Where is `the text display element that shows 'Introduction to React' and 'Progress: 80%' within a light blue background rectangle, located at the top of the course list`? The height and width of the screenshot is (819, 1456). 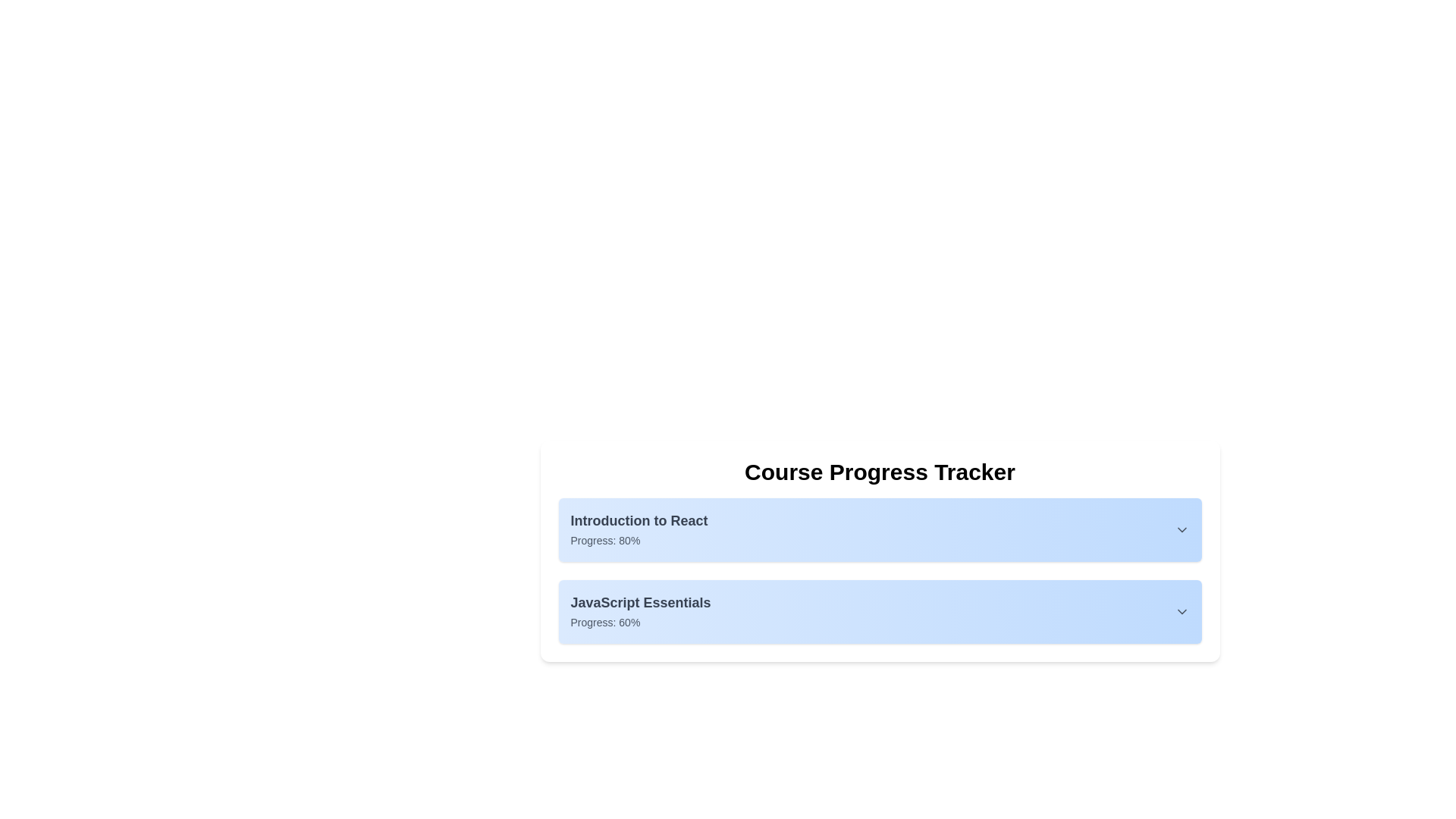
the text display element that shows 'Introduction to React' and 'Progress: 80%' within a light blue background rectangle, located at the top of the course list is located at coordinates (639, 529).